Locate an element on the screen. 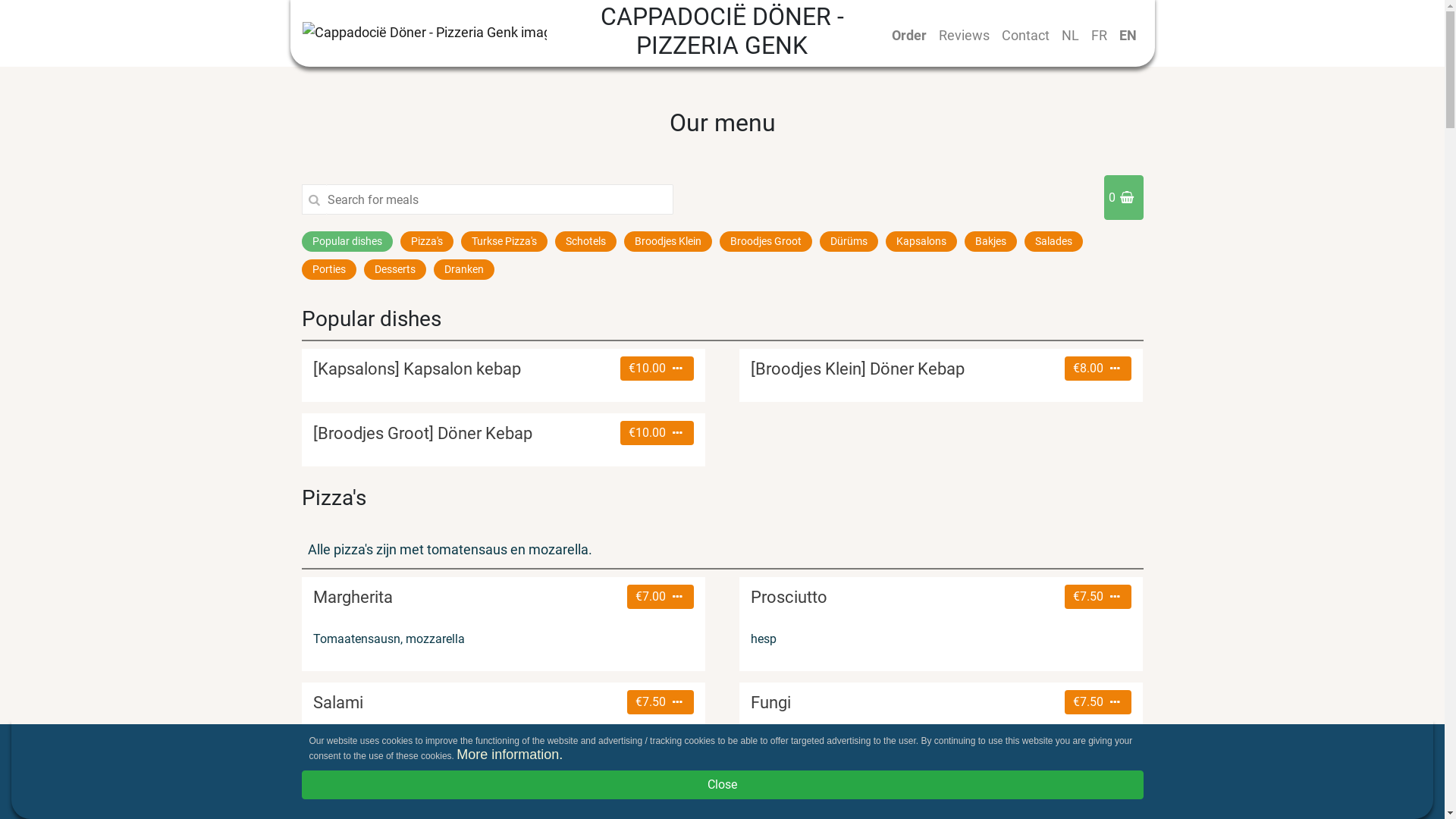 The height and width of the screenshot is (819, 1456). 'Dranken' is located at coordinates (463, 268).